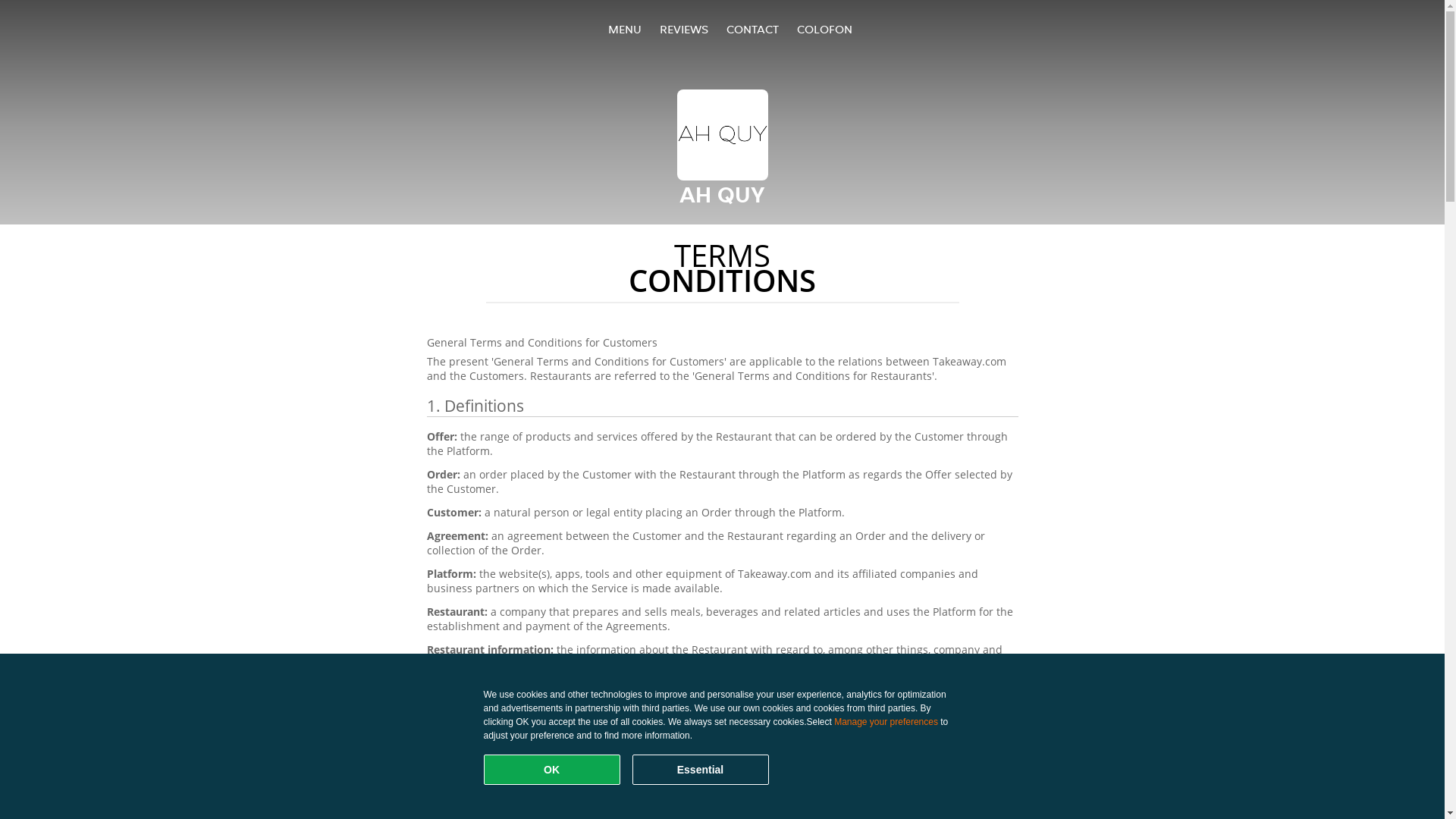 The image size is (1456, 819). What do you see at coordinates (683, 29) in the screenshot?
I see `'REVIEWS'` at bounding box center [683, 29].